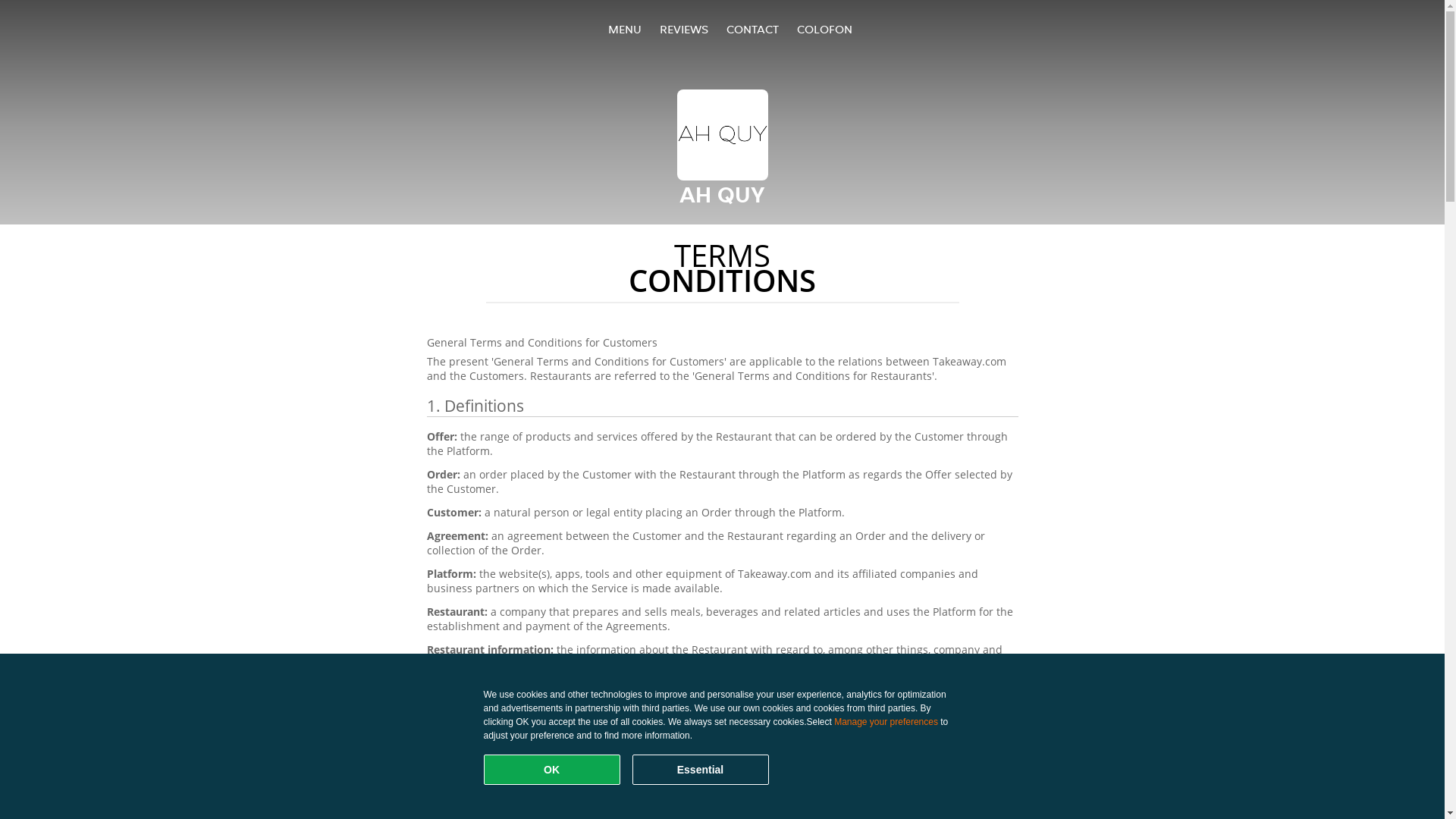 The image size is (1456, 819). What do you see at coordinates (683, 29) in the screenshot?
I see `'REVIEWS'` at bounding box center [683, 29].